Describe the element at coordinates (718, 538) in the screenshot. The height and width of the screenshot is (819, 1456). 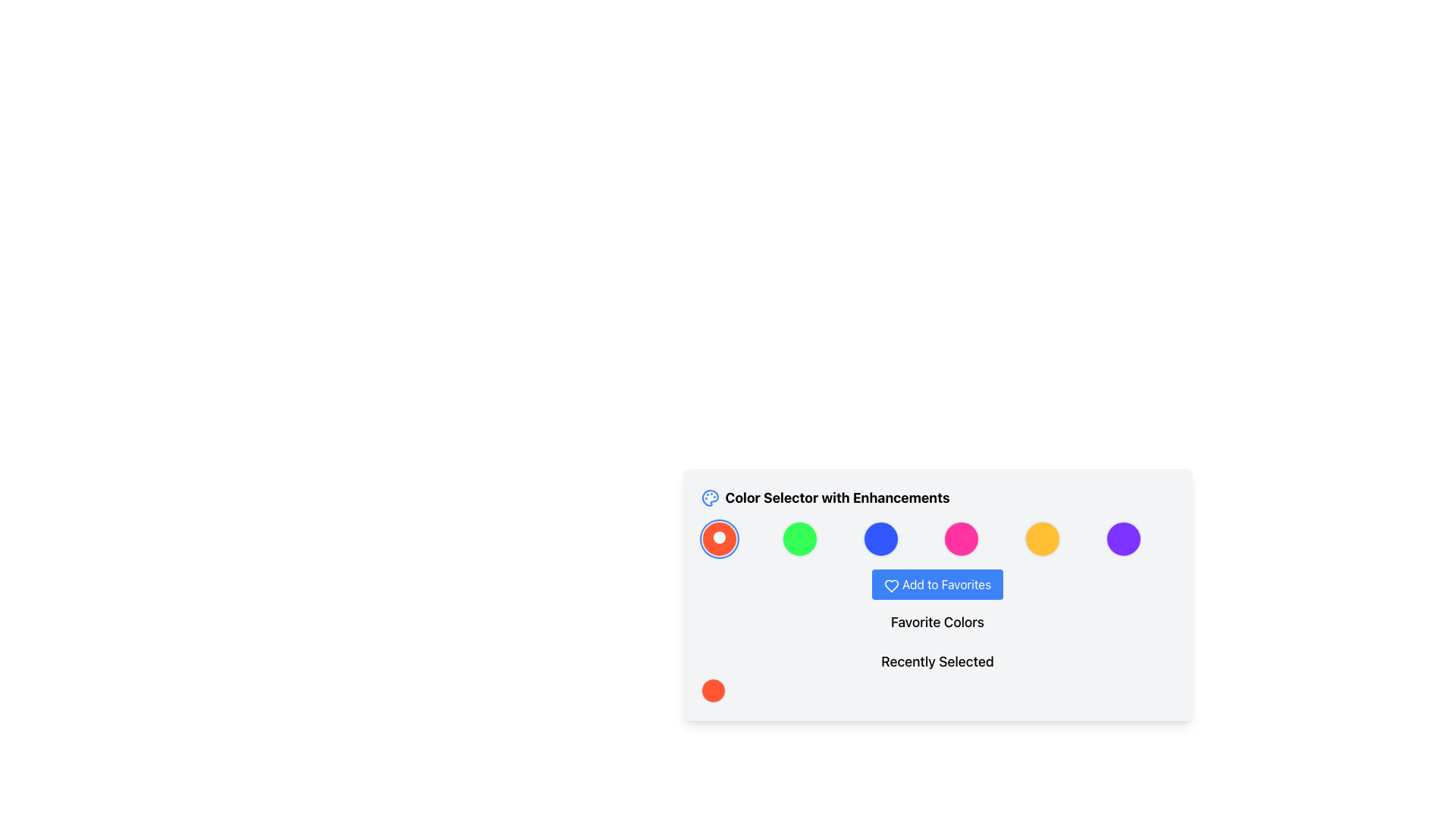
I see `the first selectable button or icon in the sequence of six circular icons` at that location.